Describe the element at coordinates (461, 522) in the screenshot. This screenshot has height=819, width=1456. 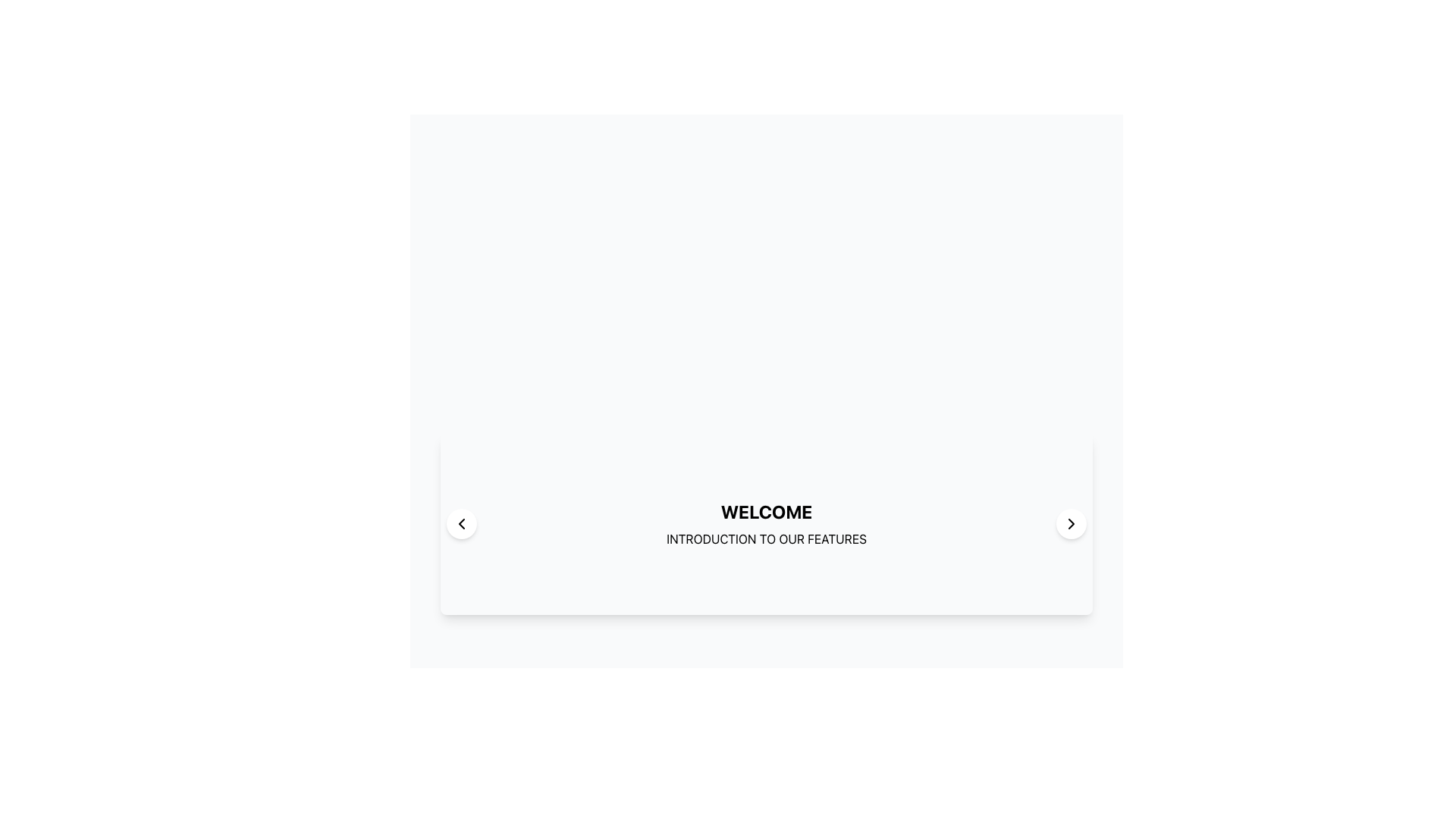
I see `the left-pointing arrow icon within the circular button on the left side of the interface` at that location.